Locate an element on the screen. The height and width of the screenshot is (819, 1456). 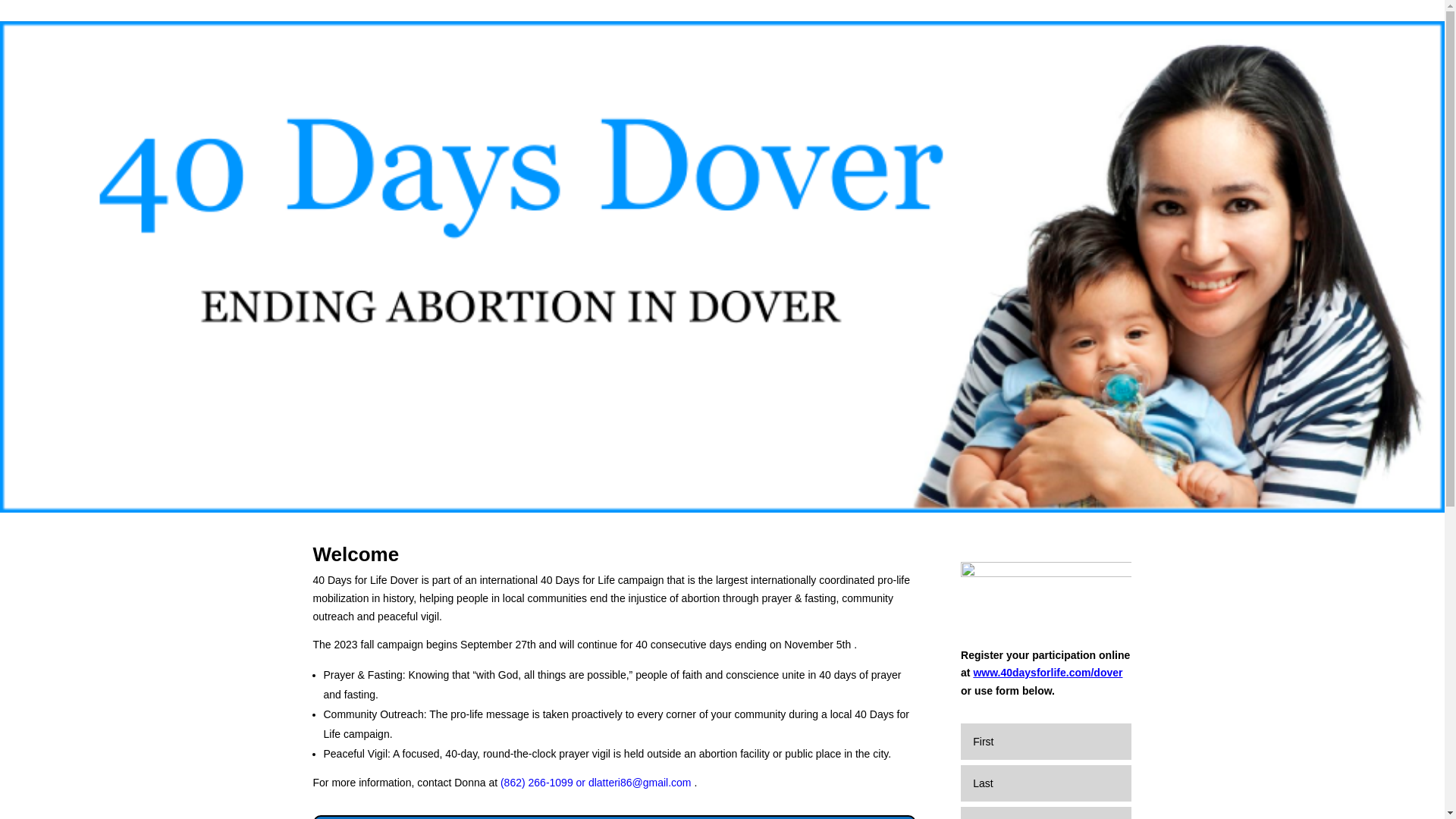
'(862) 266-1099 or dlatteri86@gmail.com' is located at coordinates (497, 783).